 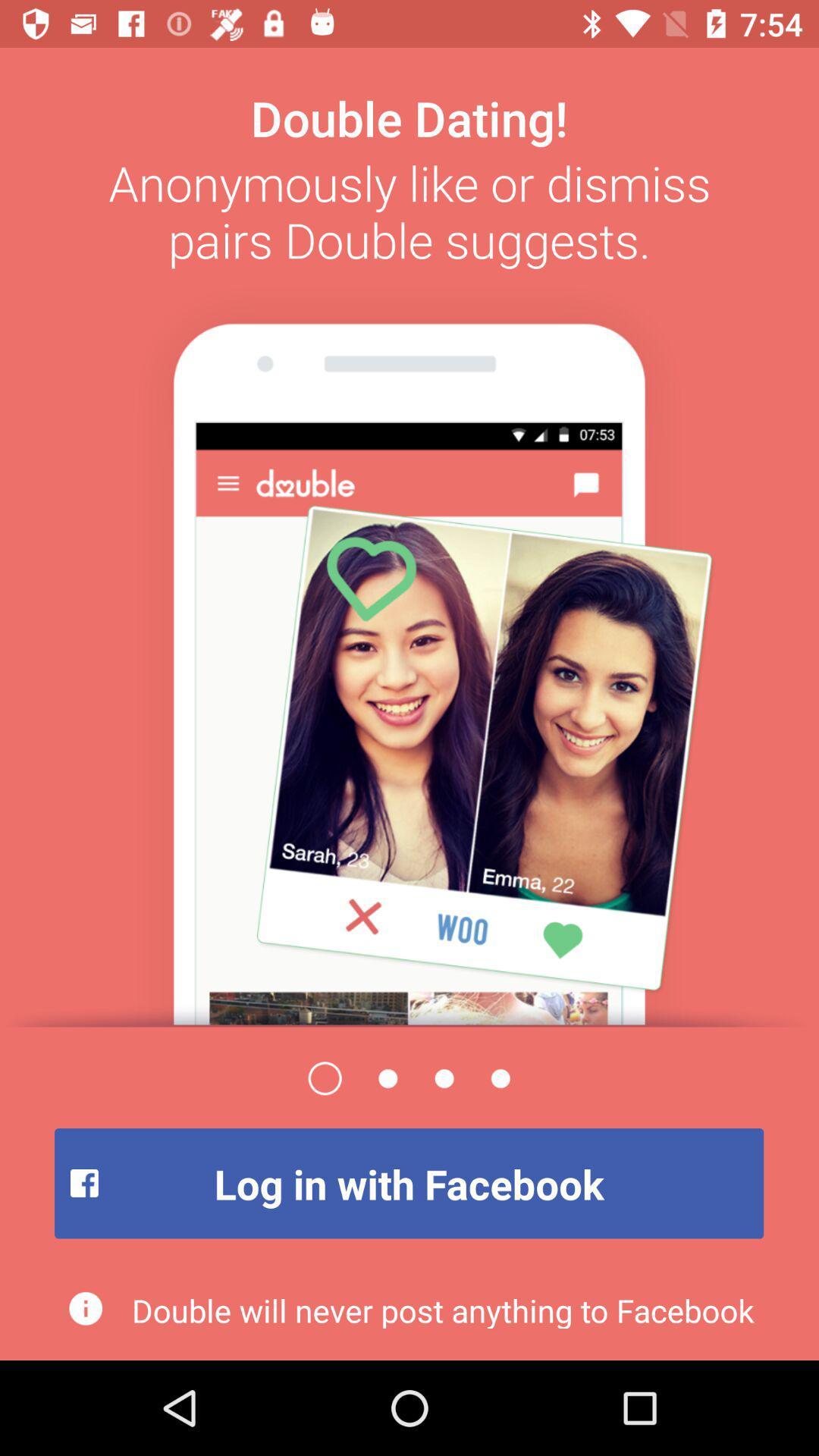 What do you see at coordinates (409, 651) in the screenshot?
I see `open the page` at bounding box center [409, 651].